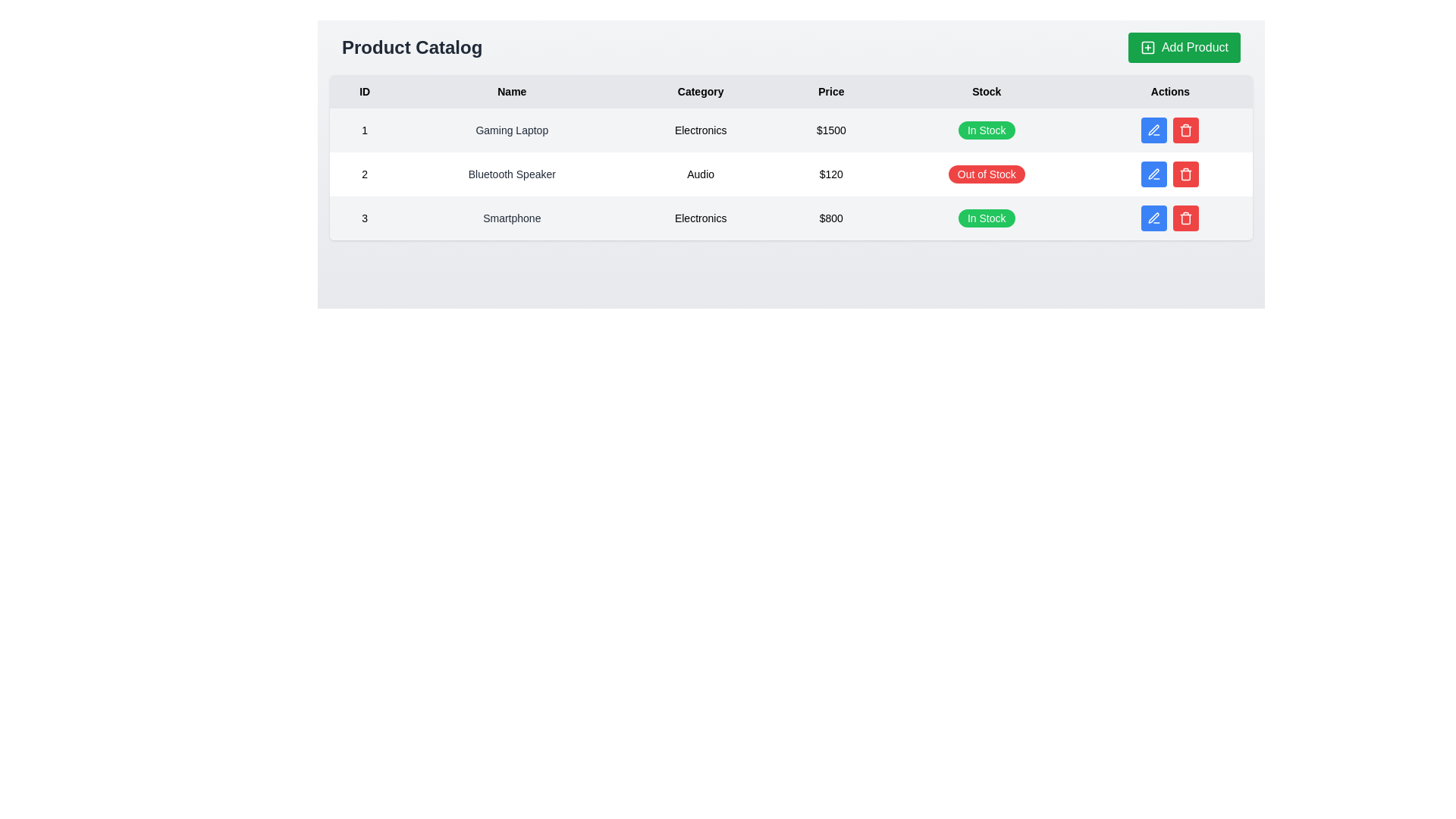 The height and width of the screenshot is (819, 1456). Describe the element at coordinates (1169, 91) in the screenshot. I see `the Table Header Cell indicating the 'Actions' column in the Product Catalog table` at that location.